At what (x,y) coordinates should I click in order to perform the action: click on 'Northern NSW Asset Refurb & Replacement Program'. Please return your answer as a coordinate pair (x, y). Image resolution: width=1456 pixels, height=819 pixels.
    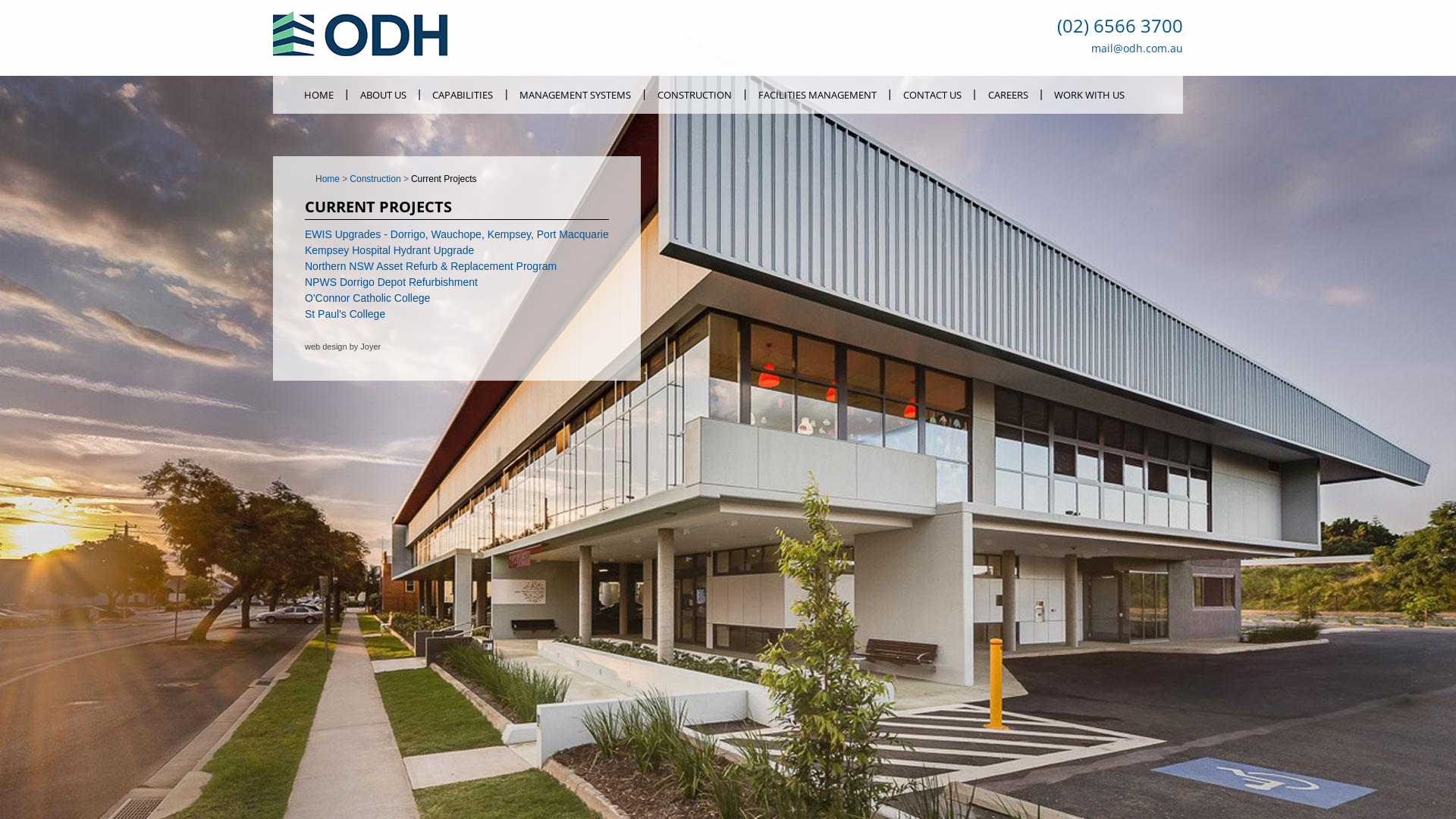
    Looking at the image, I should click on (429, 265).